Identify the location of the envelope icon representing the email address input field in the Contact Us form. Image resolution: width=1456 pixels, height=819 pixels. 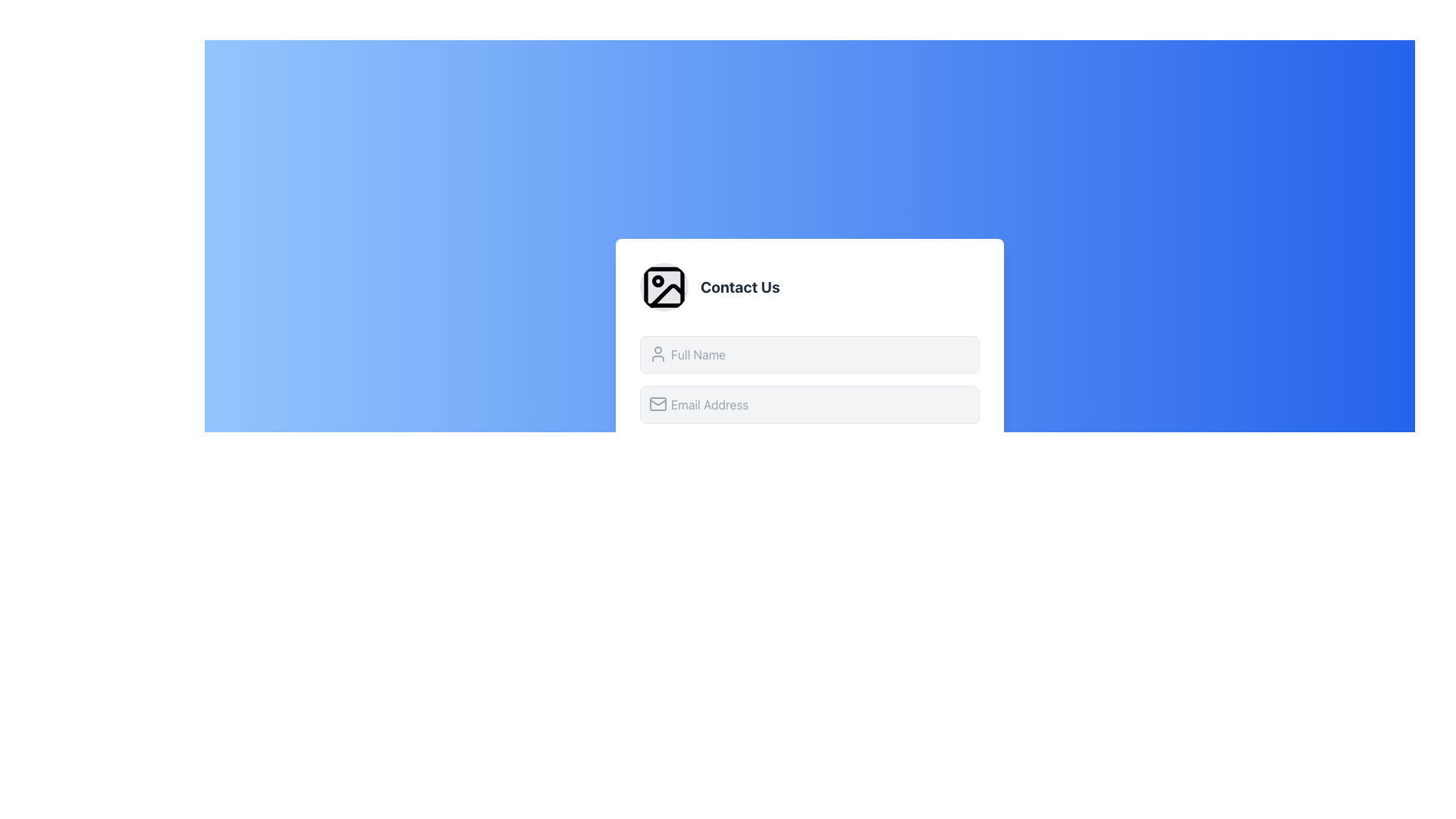
(658, 403).